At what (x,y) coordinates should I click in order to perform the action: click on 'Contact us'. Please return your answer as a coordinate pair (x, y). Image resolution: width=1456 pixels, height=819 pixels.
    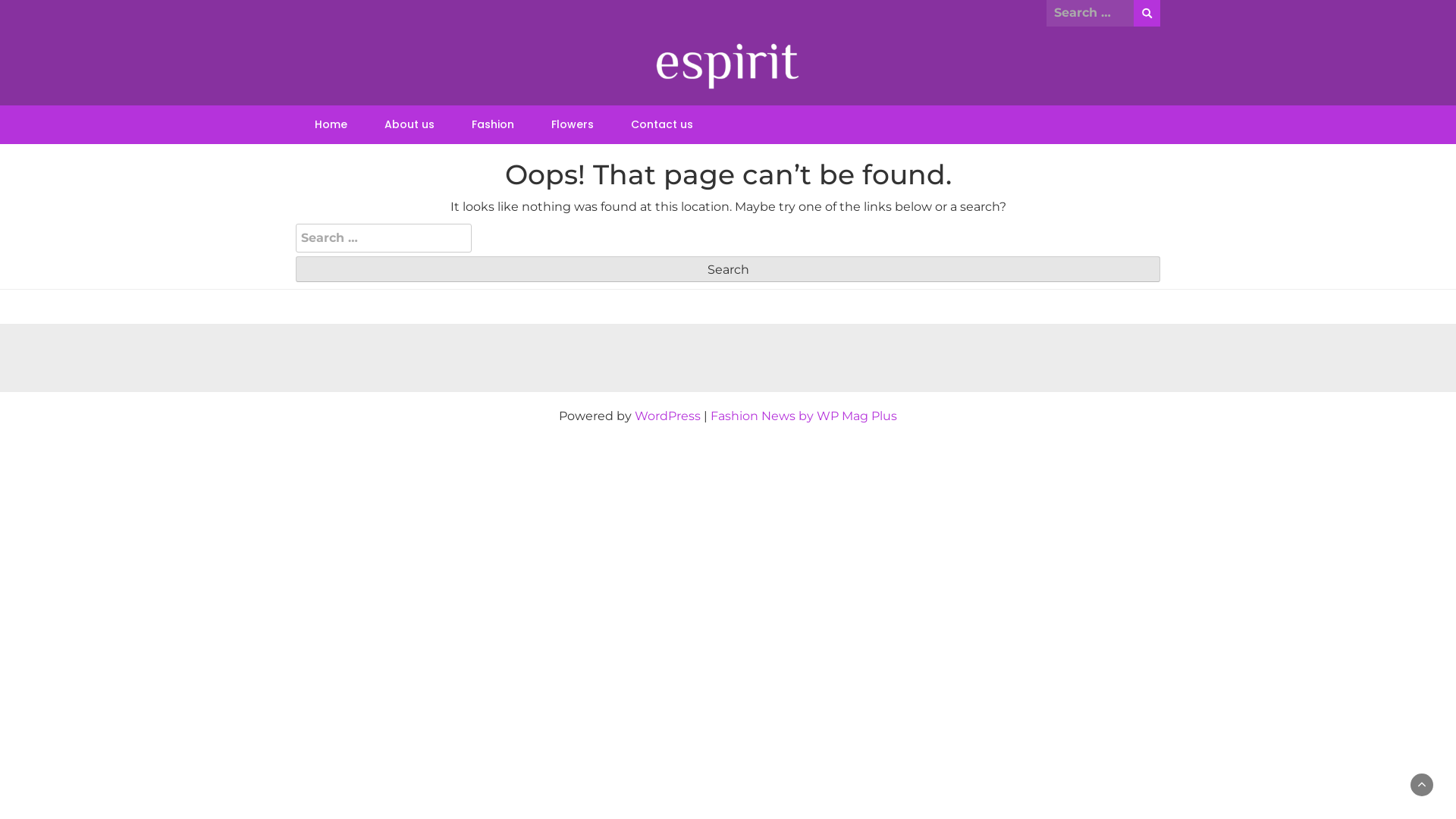
    Looking at the image, I should click on (662, 124).